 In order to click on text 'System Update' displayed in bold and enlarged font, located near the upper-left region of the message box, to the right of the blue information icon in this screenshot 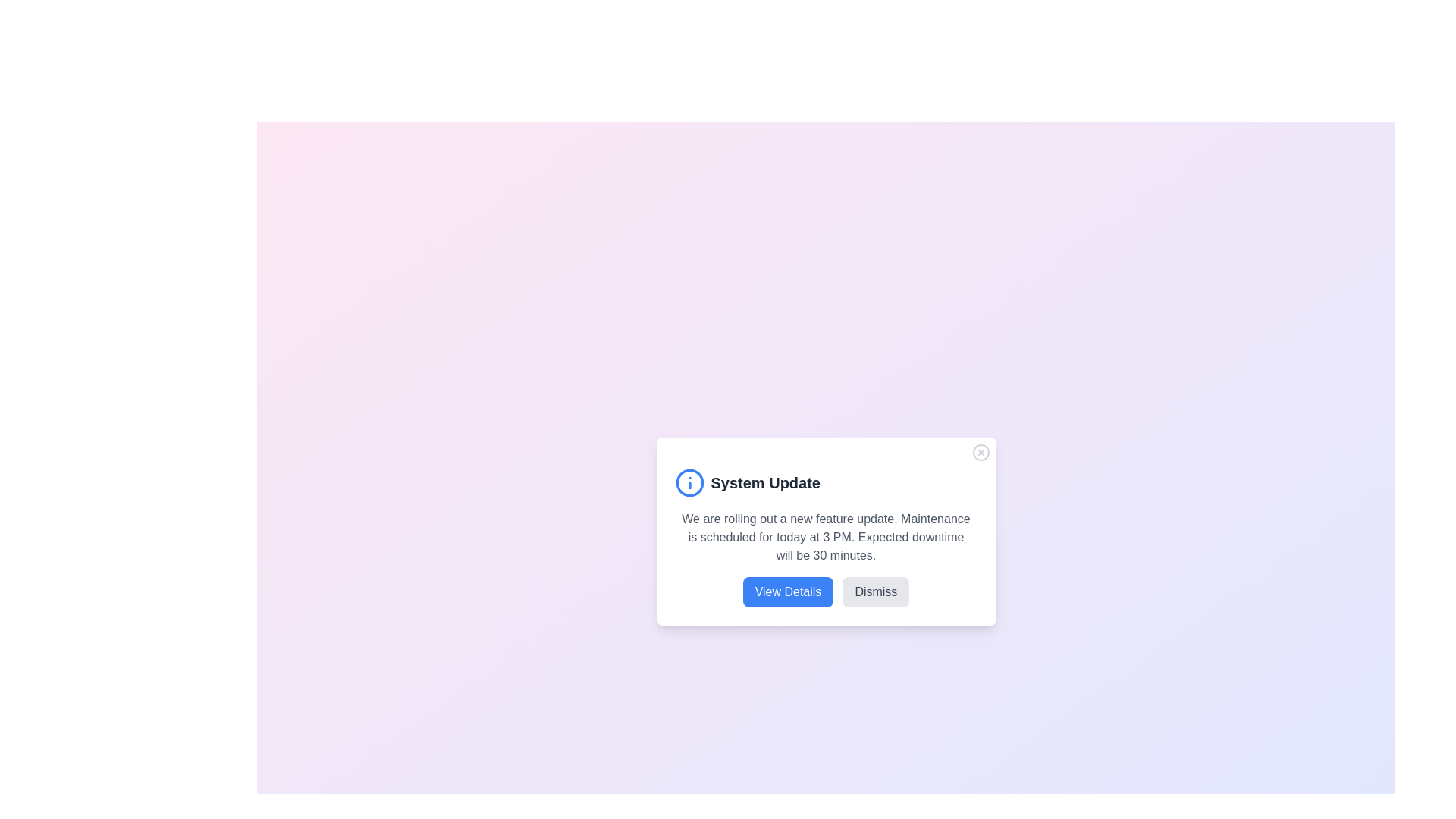, I will do `click(765, 482)`.